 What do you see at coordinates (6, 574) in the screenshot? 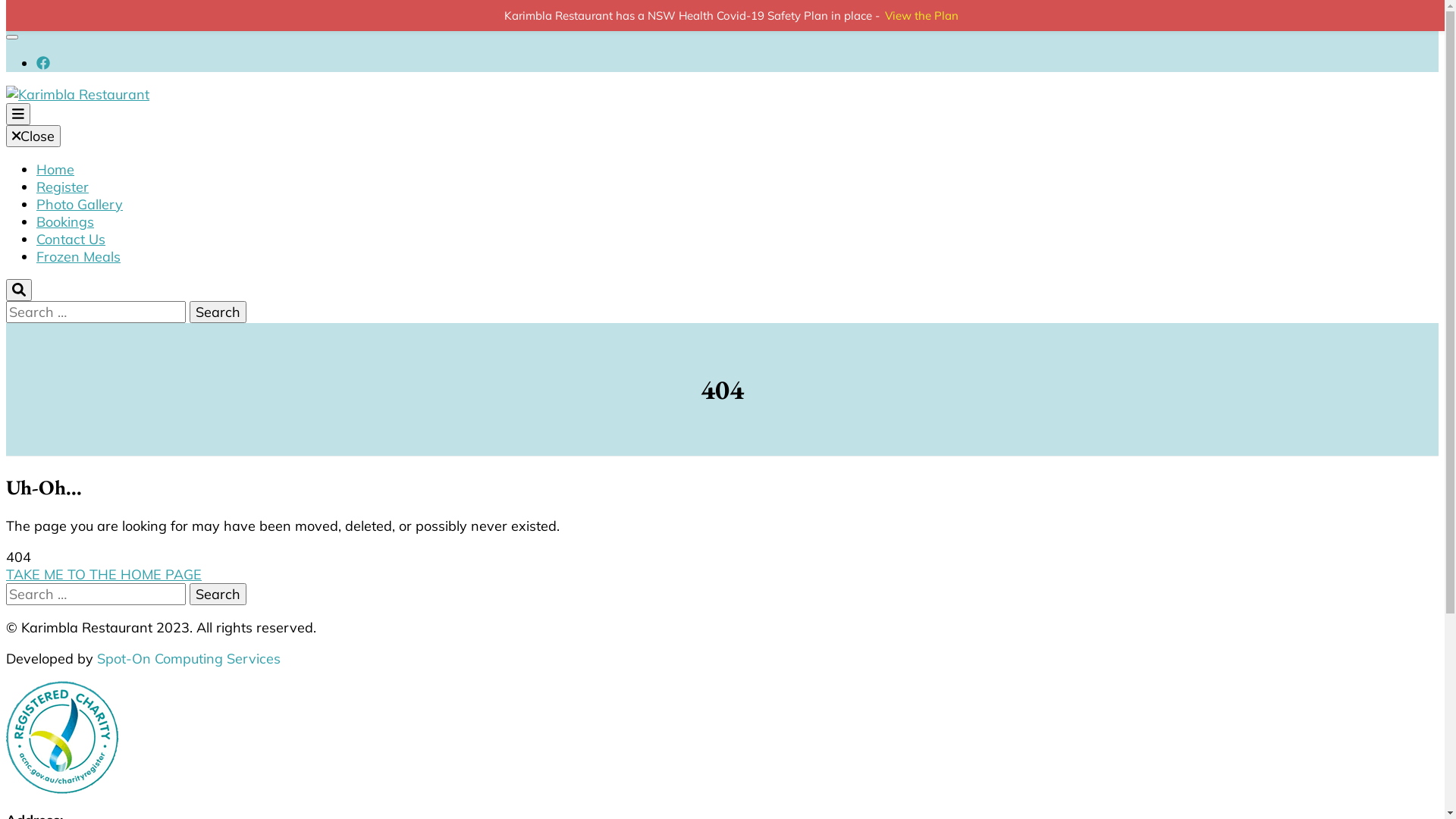
I see `'TAKE ME TO THE HOME PAGE'` at bounding box center [6, 574].